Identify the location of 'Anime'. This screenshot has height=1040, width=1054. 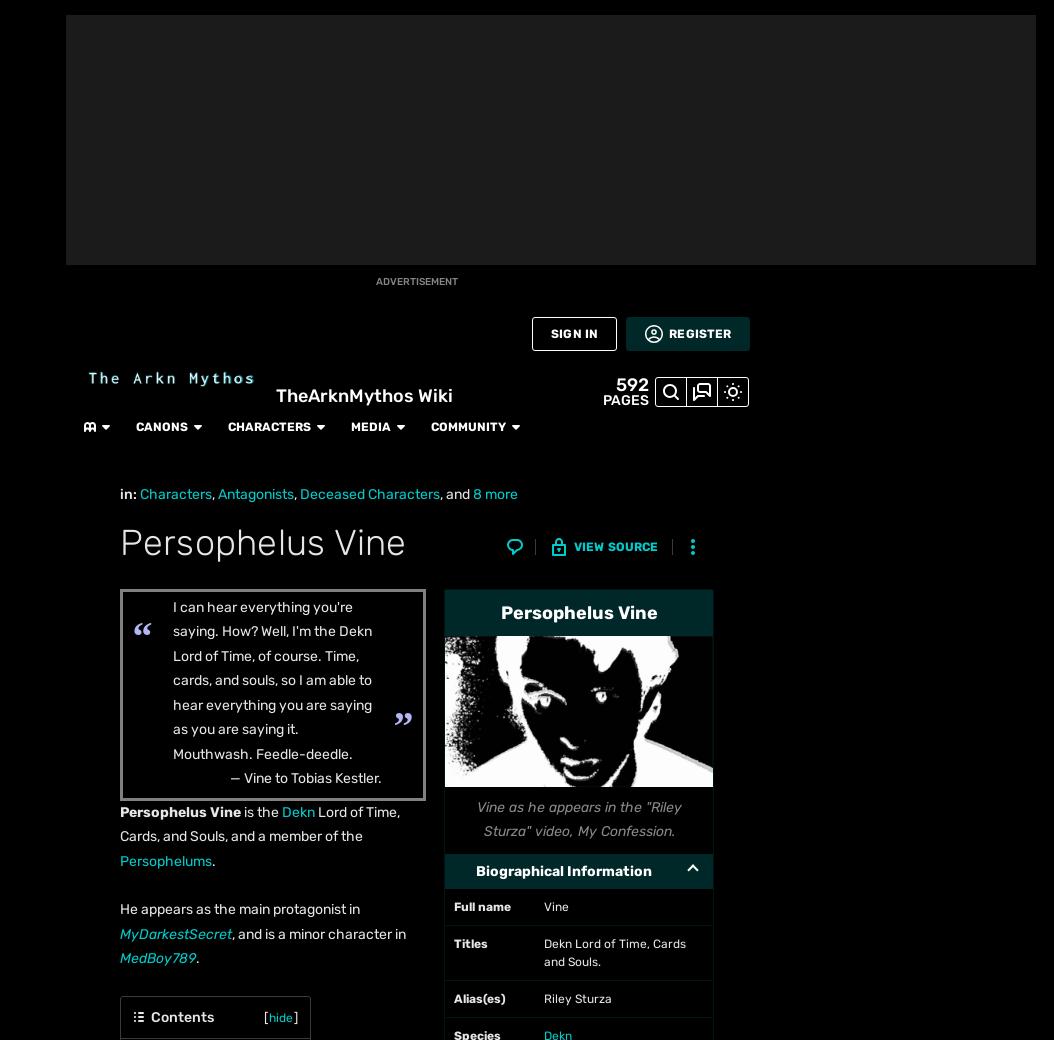
(32, 356).